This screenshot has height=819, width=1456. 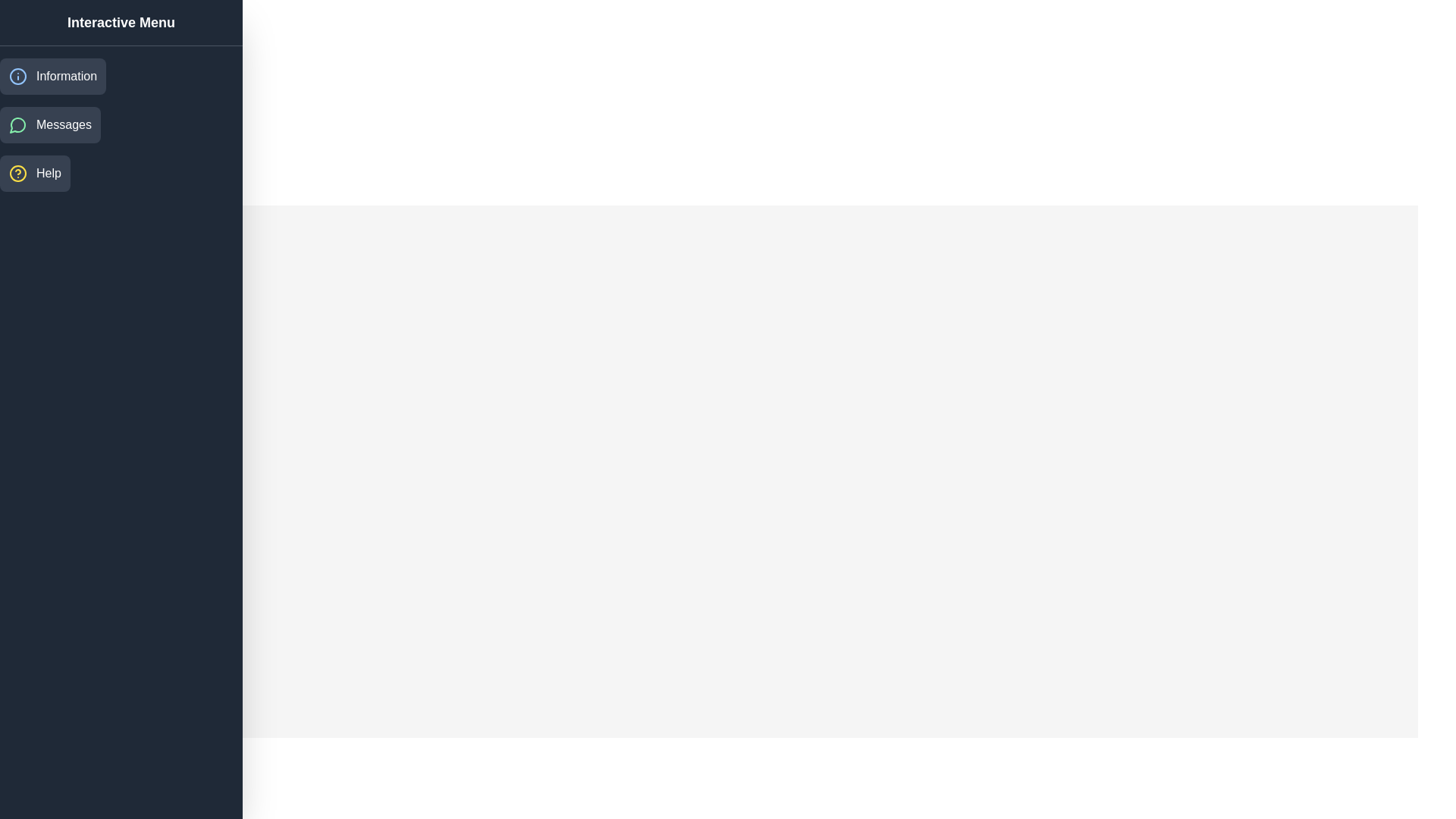 I want to click on text of the 'Information' label, which is displayed in white font on a dark background as part of a menu item on the left side of the interface, so click(x=65, y=76).